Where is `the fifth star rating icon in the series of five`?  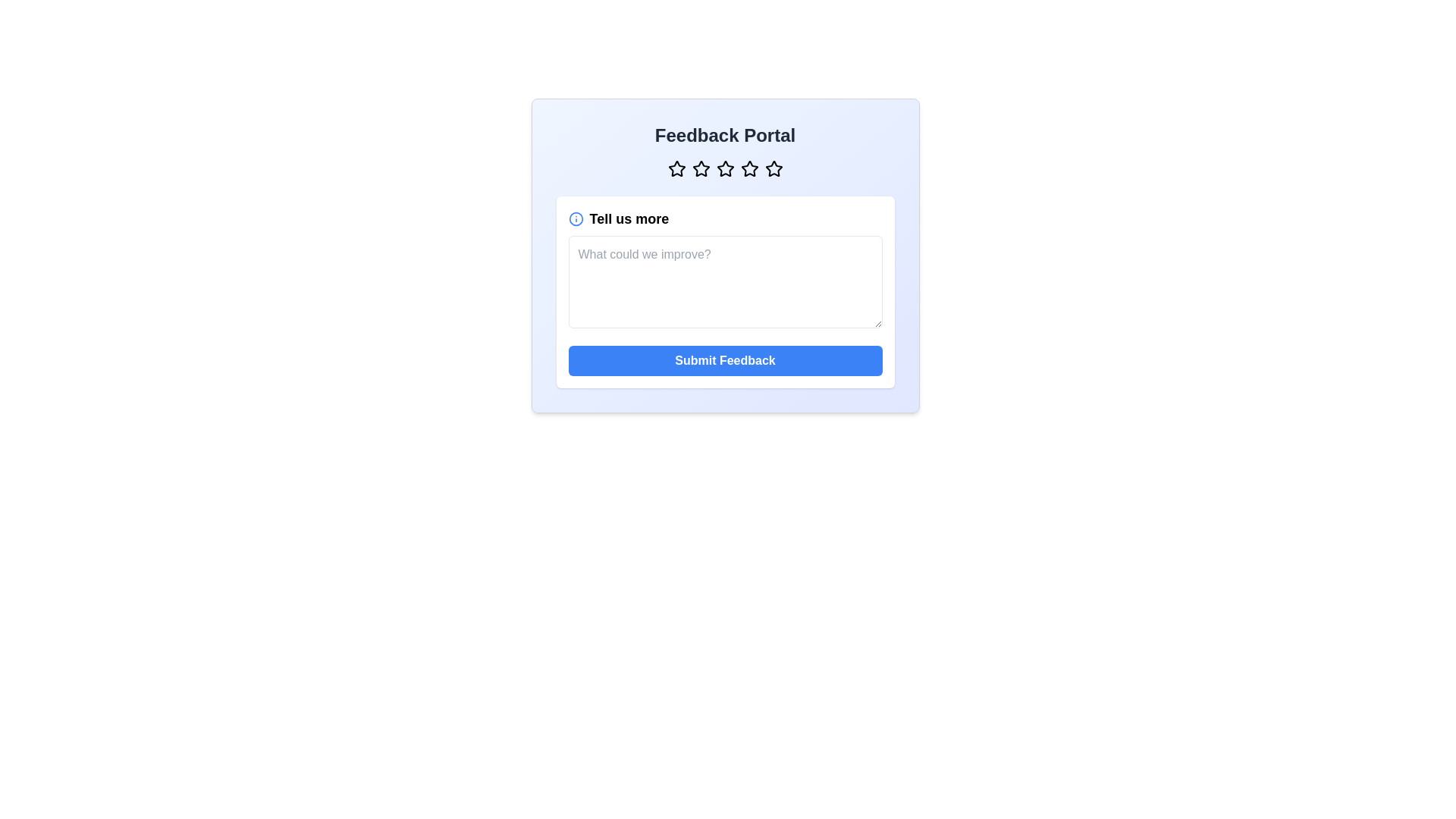
the fifth star rating icon in the series of five is located at coordinates (773, 169).